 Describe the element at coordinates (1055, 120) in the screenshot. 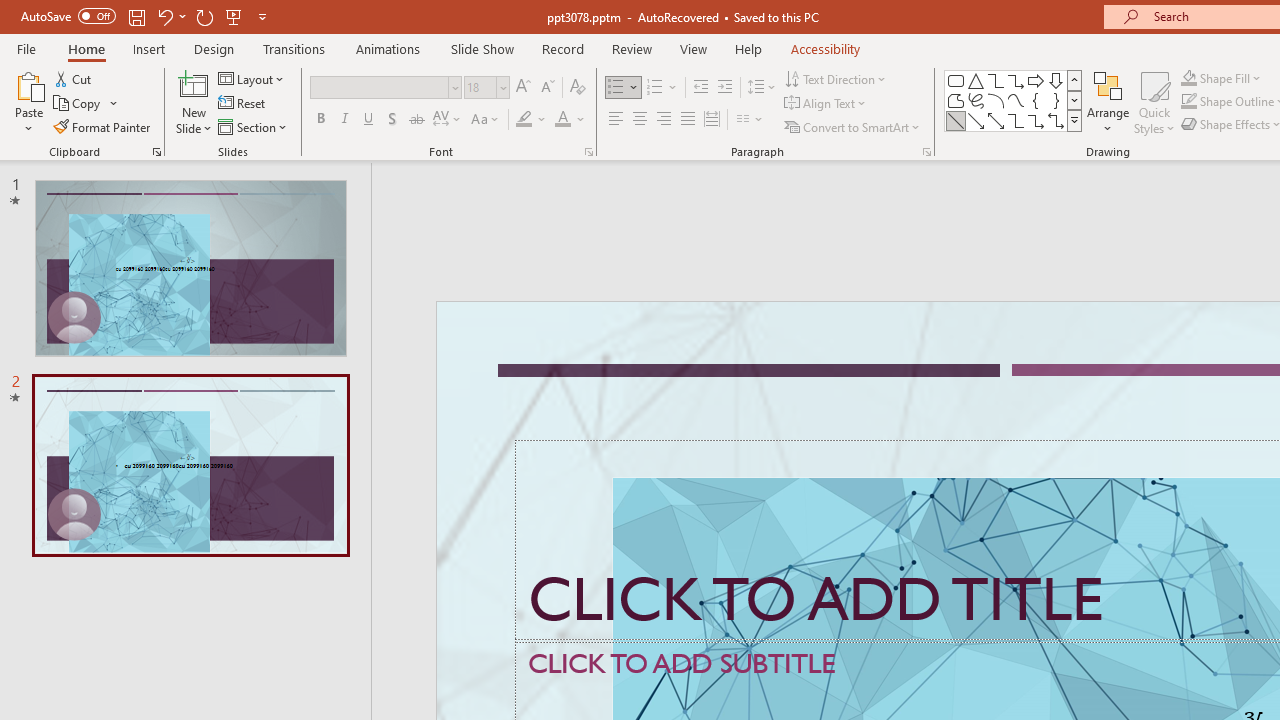

I see `'Connector: Elbow Double-Arrow'` at that location.